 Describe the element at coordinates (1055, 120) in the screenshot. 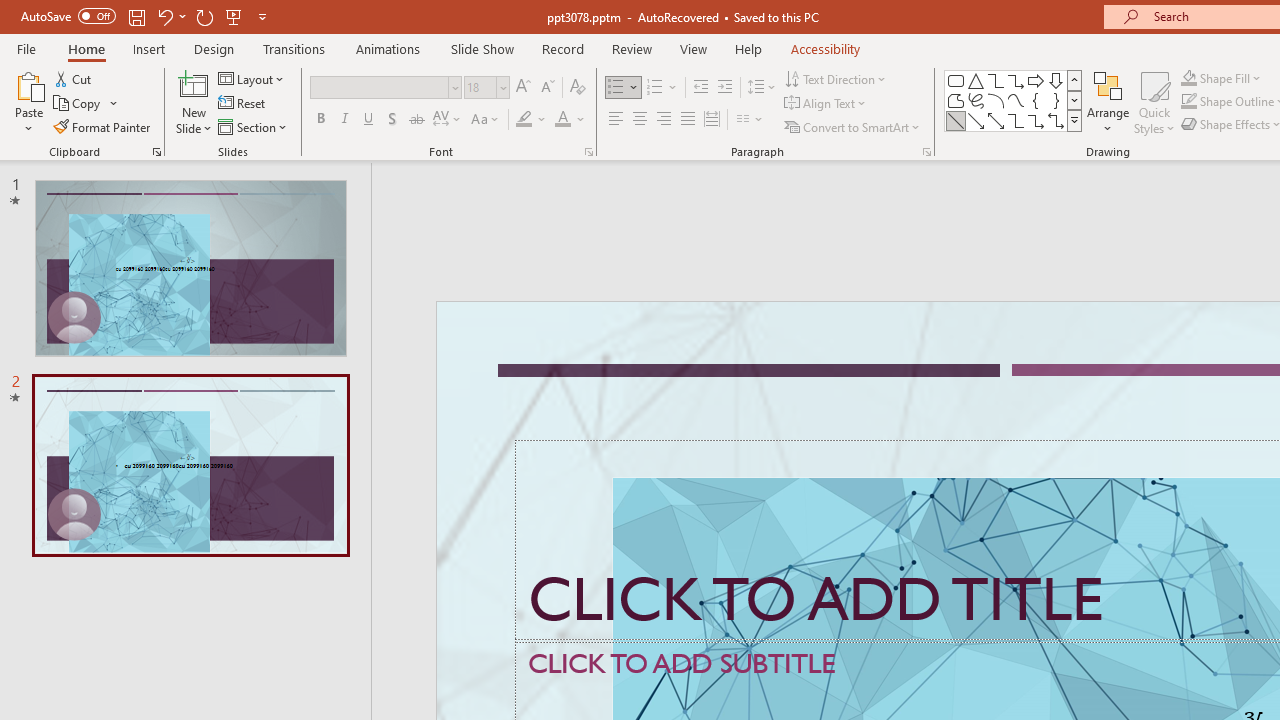

I see `'Connector: Elbow Double-Arrow'` at that location.